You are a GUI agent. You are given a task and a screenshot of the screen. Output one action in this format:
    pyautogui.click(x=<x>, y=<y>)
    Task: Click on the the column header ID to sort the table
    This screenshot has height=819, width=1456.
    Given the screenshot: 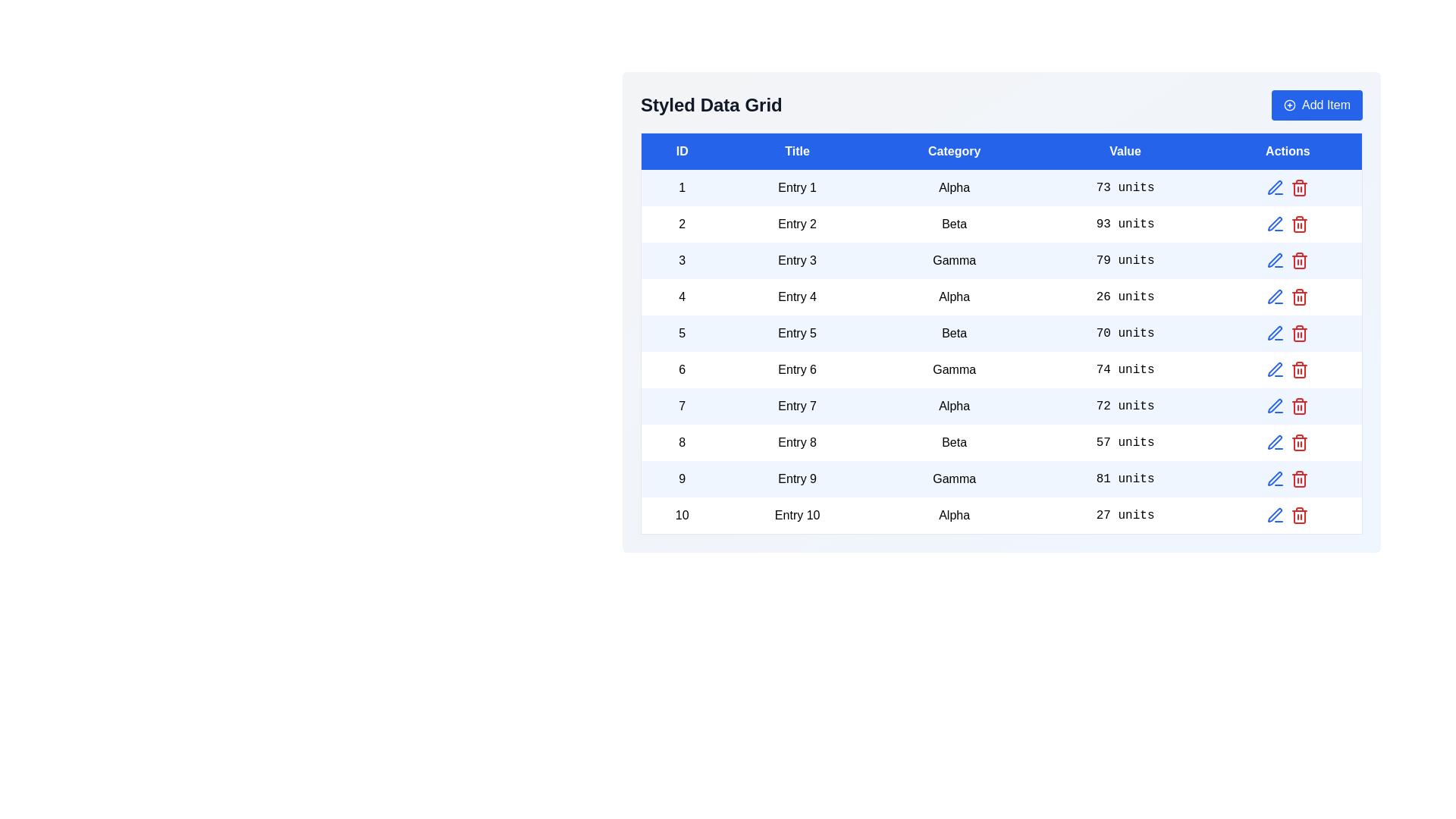 What is the action you would take?
    pyautogui.click(x=681, y=151)
    